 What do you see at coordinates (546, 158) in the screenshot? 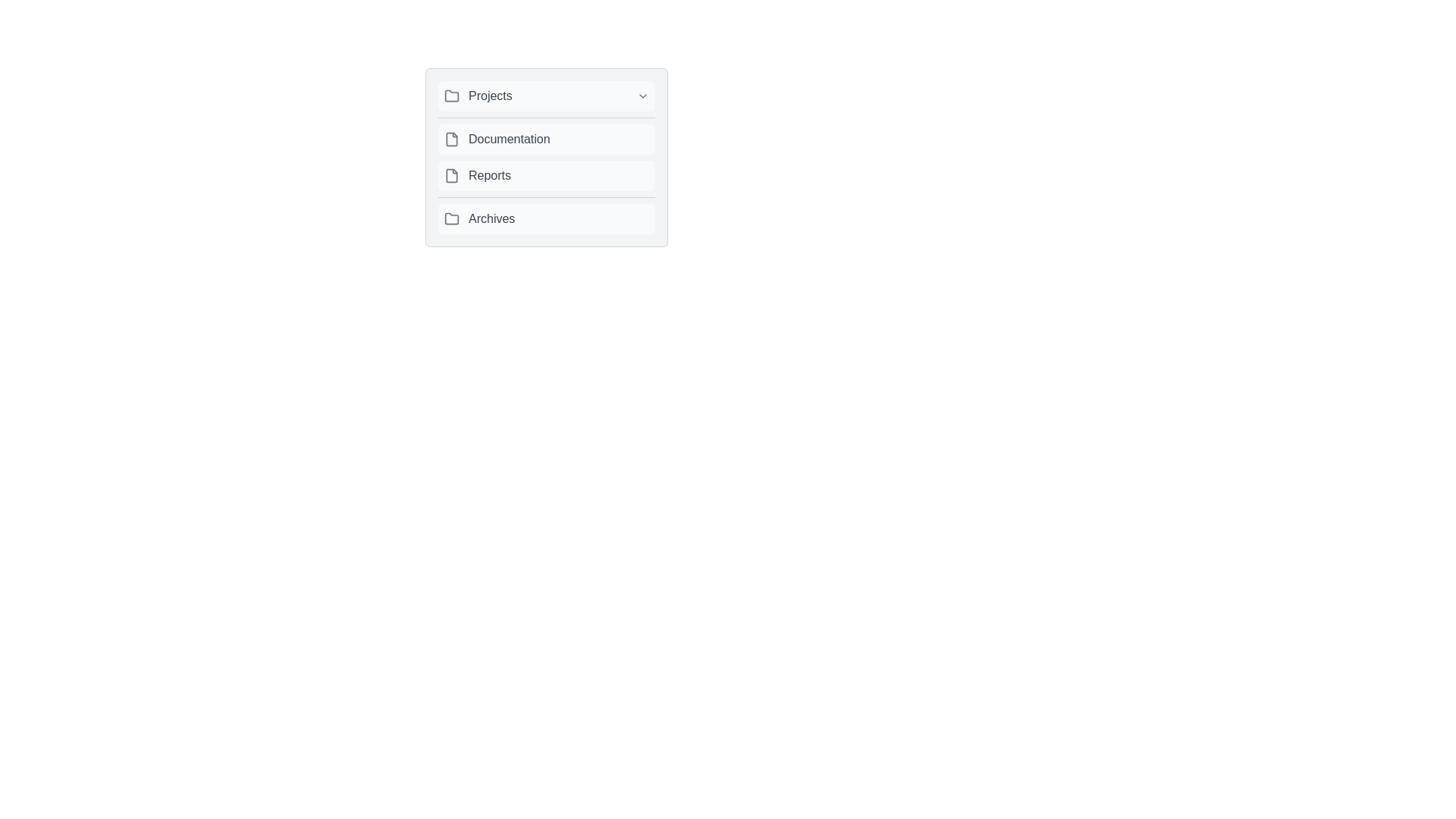
I see `the 'Documentation' button located below the 'Projects' area` at bounding box center [546, 158].